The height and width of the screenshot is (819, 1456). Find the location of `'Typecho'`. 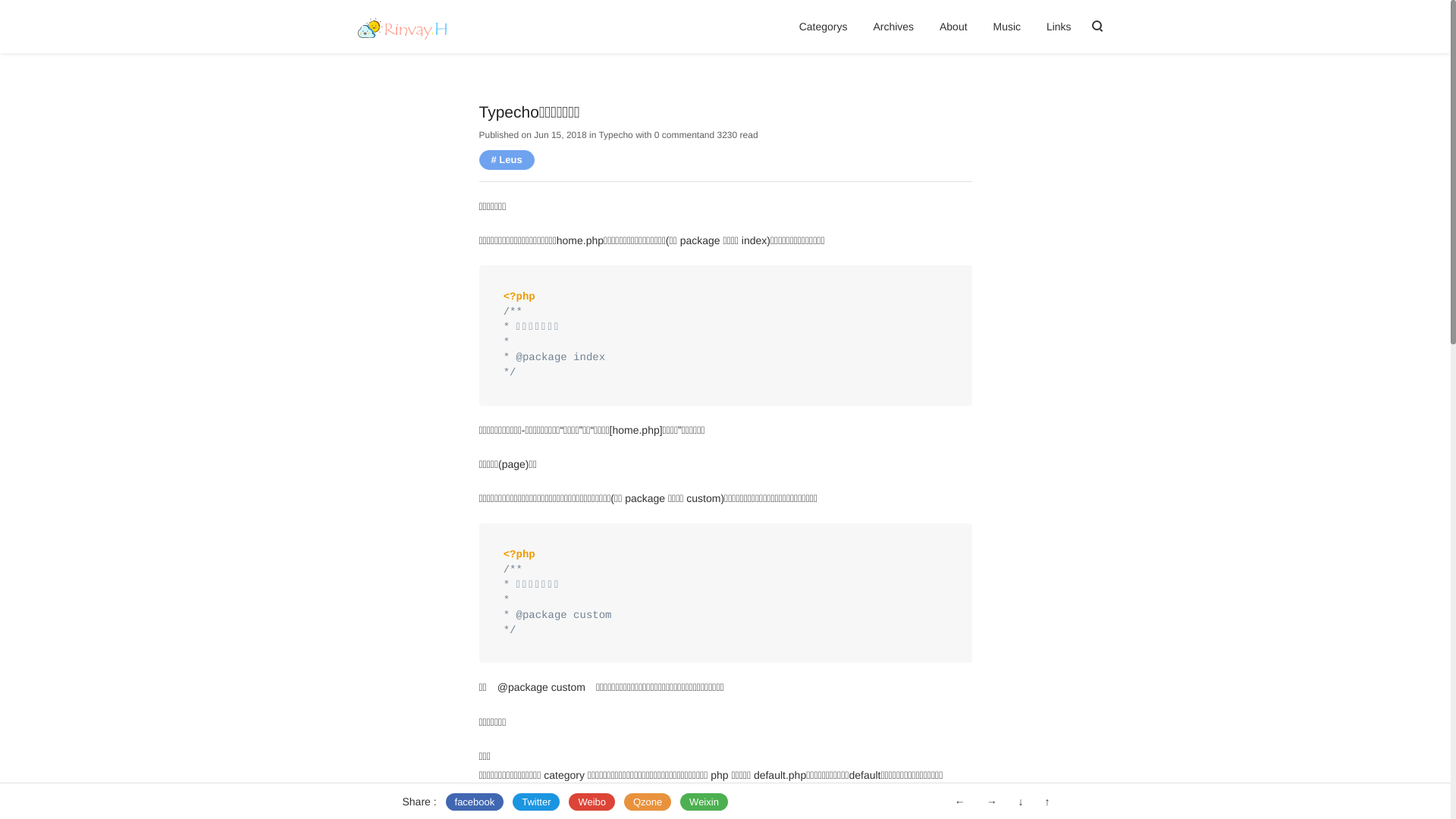

'Typecho' is located at coordinates (615, 133).